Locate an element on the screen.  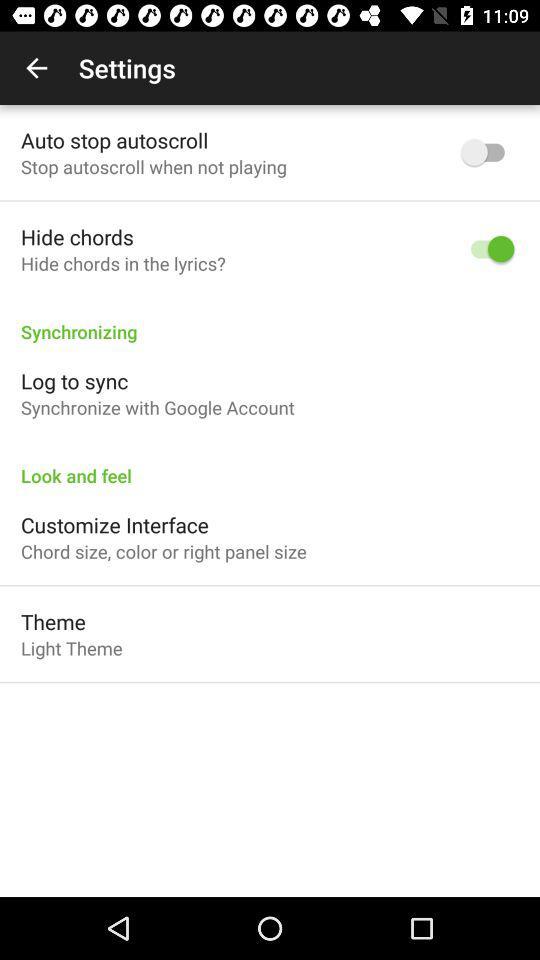
look and feel item is located at coordinates (270, 465).